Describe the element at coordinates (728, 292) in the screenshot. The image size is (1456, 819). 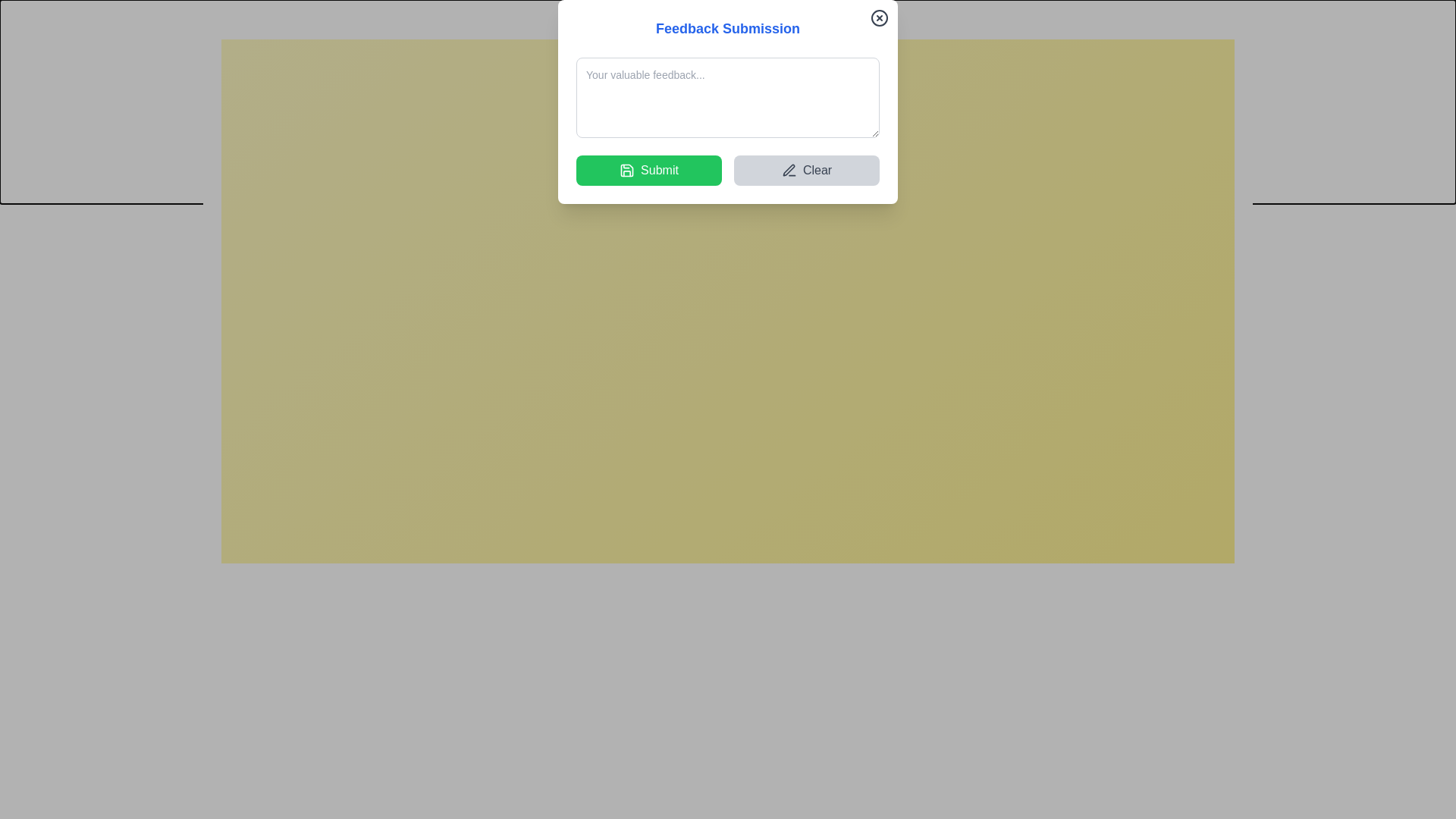
I see `the feedback text area and type the feedback text` at that location.